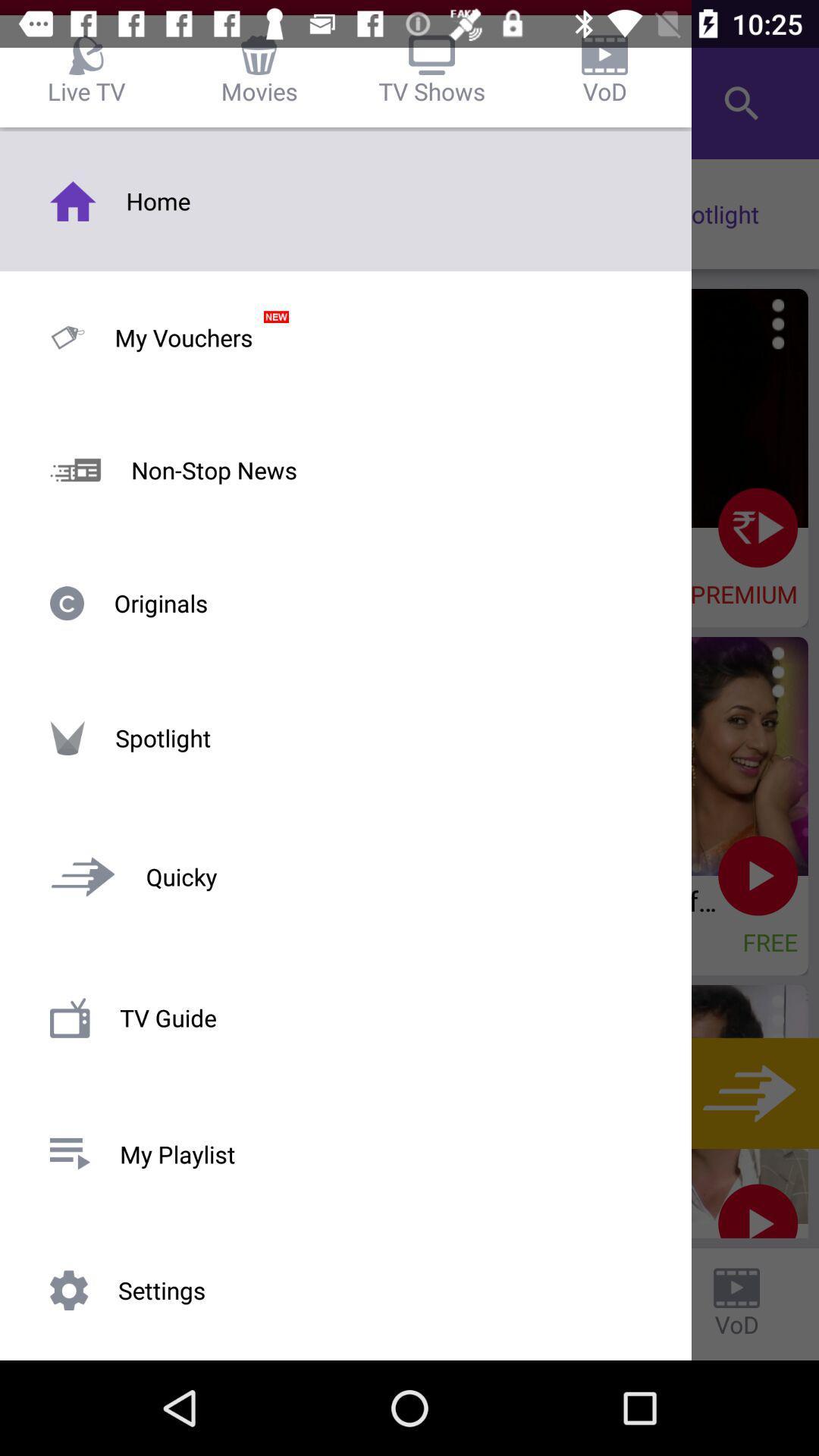 Image resolution: width=819 pixels, height=1456 pixels. What do you see at coordinates (745, 1093) in the screenshot?
I see `the arrow_forward icon` at bounding box center [745, 1093].